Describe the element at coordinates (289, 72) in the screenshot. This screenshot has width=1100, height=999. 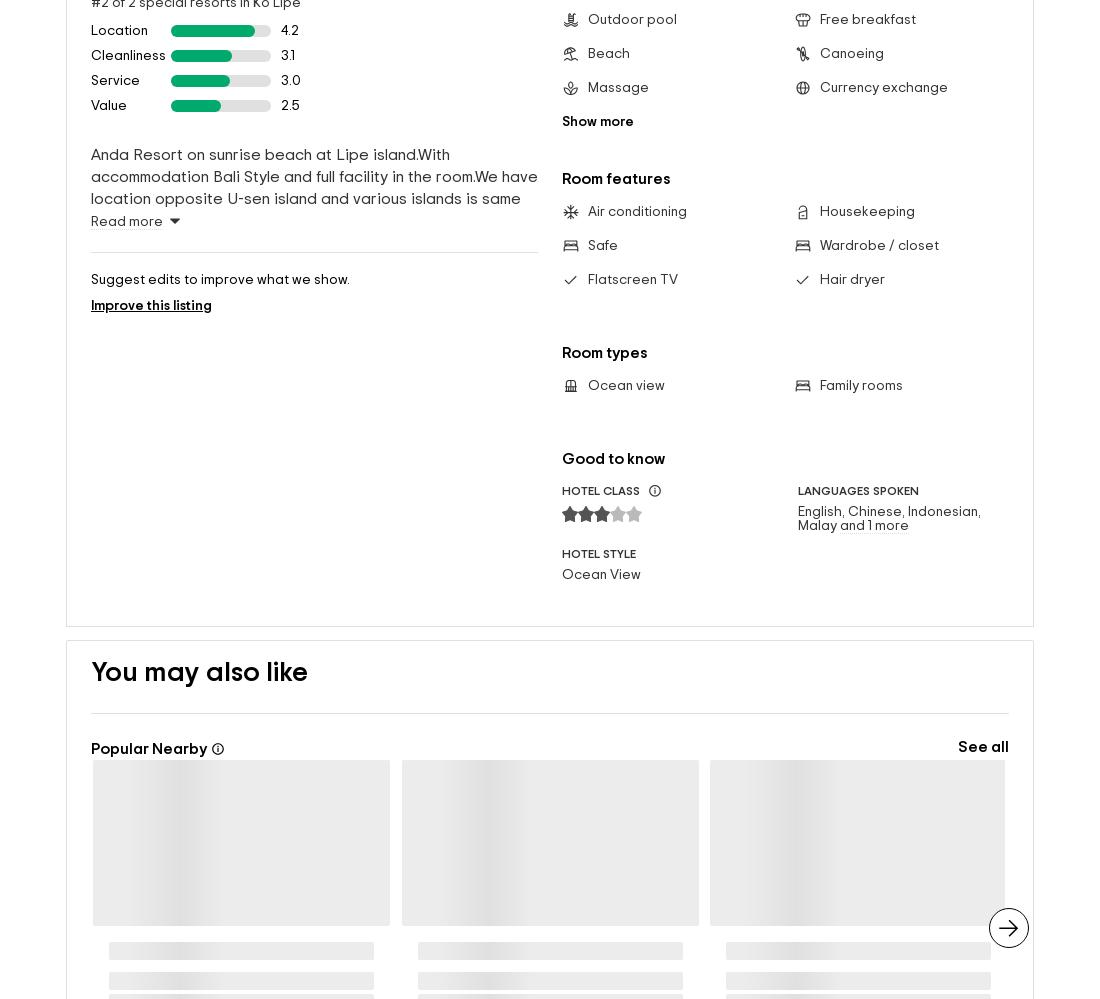
I see `'2.5'` at that location.